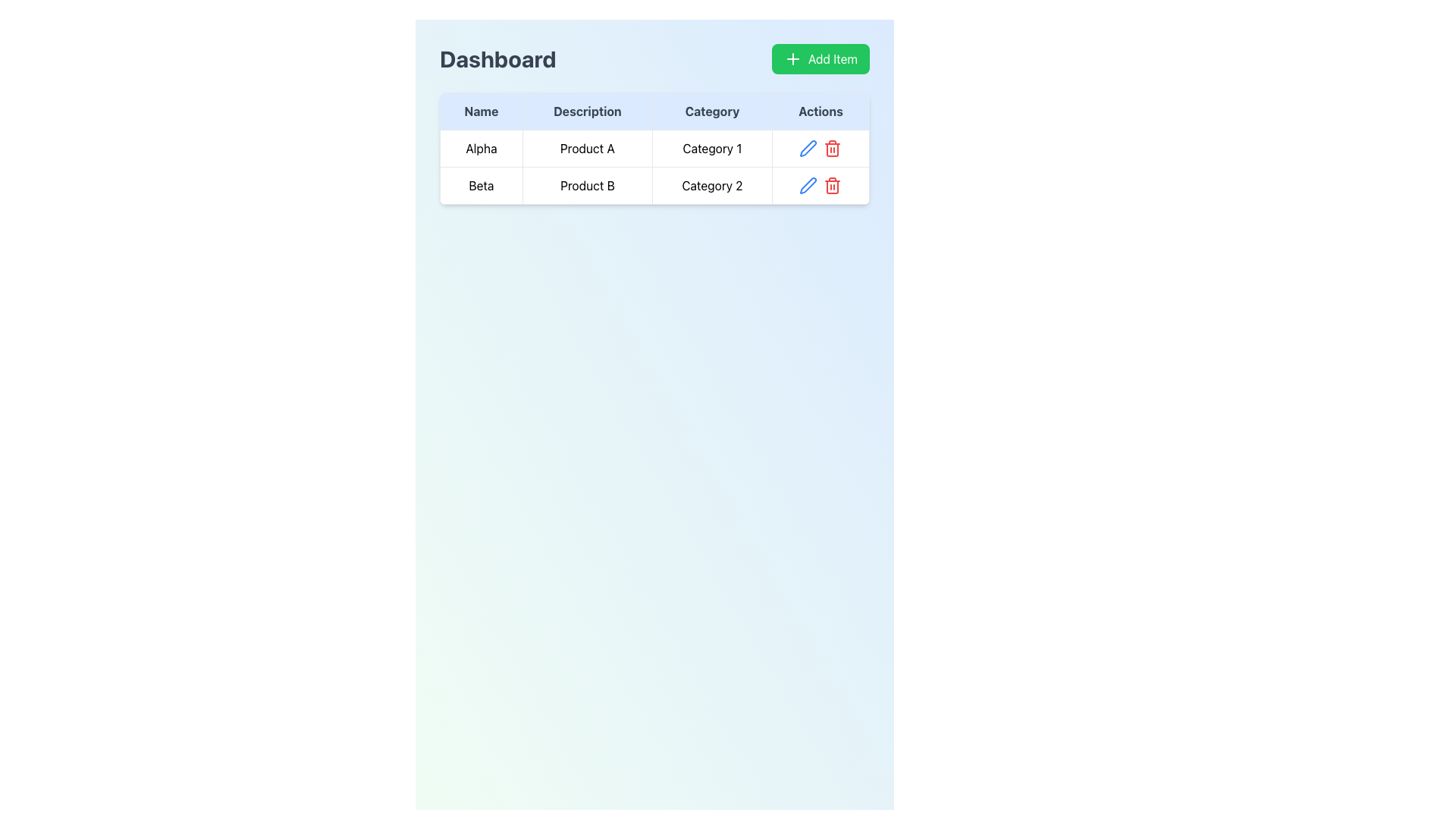 This screenshot has height=819, width=1456. What do you see at coordinates (808, 149) in the screenshot?
I see `the icon button for editing located in the 'Actions' column of the second row in the displayed table` at bounding box center [808, 149].